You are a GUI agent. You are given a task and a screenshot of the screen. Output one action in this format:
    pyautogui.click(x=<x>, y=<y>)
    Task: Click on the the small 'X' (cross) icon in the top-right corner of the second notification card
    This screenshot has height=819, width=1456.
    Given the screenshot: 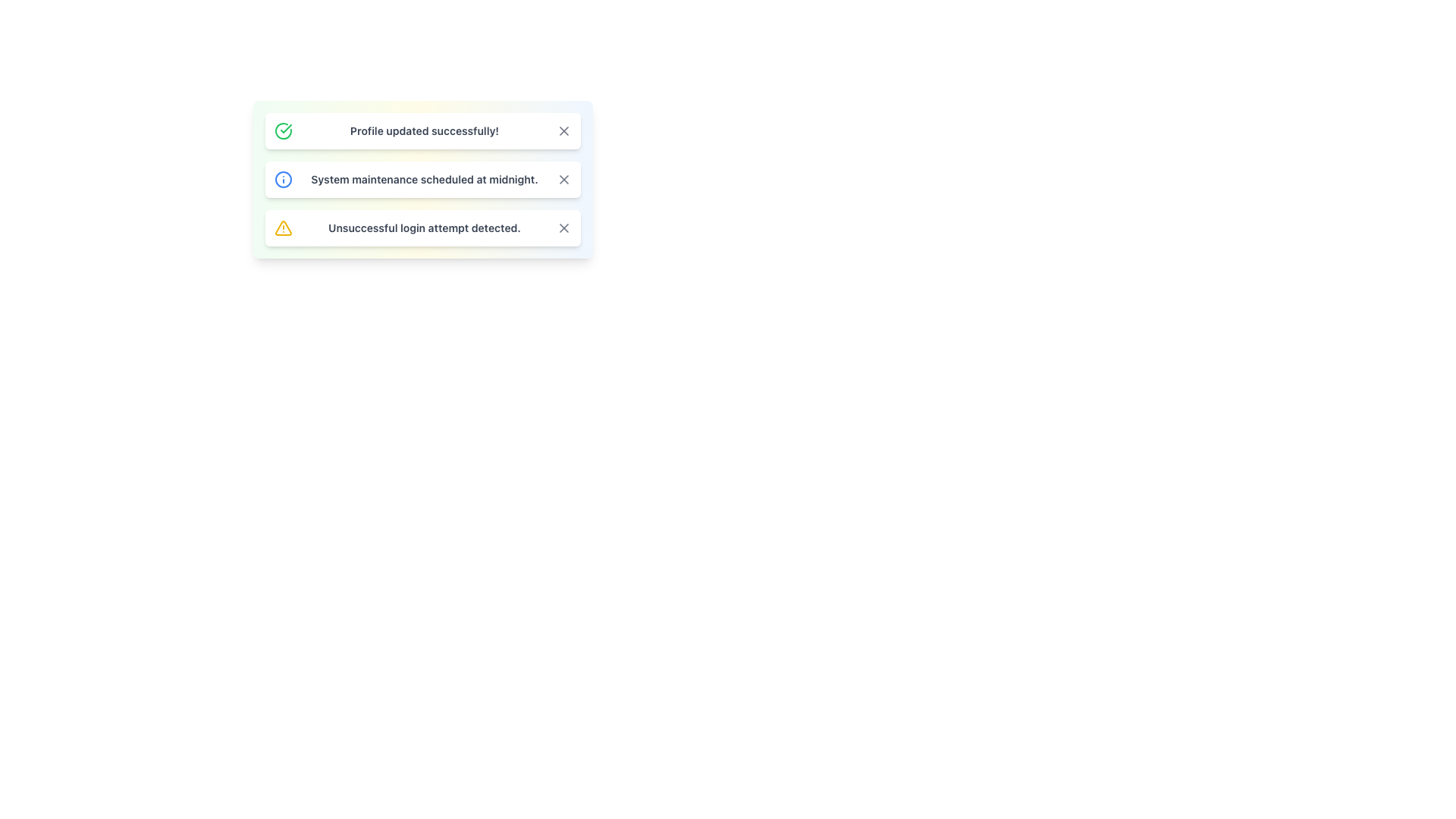 What is the action you would take?
    pyautogui.click(x=563, y=178)
    